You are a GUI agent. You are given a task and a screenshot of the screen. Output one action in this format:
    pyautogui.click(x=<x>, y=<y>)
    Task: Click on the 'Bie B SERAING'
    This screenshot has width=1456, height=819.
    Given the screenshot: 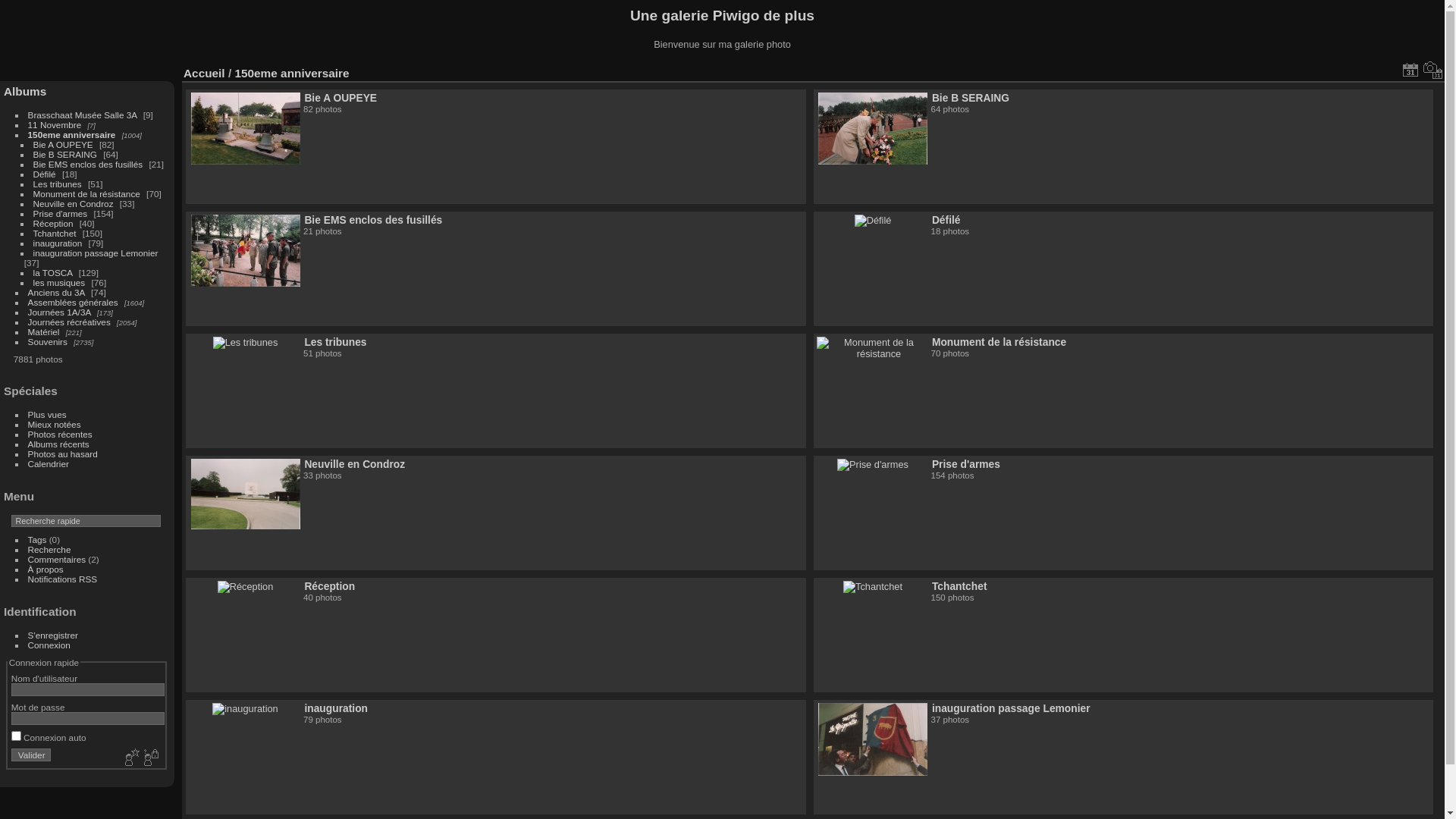 What is the action you would take?
    pyautogui.click(x=64, y=154)
    